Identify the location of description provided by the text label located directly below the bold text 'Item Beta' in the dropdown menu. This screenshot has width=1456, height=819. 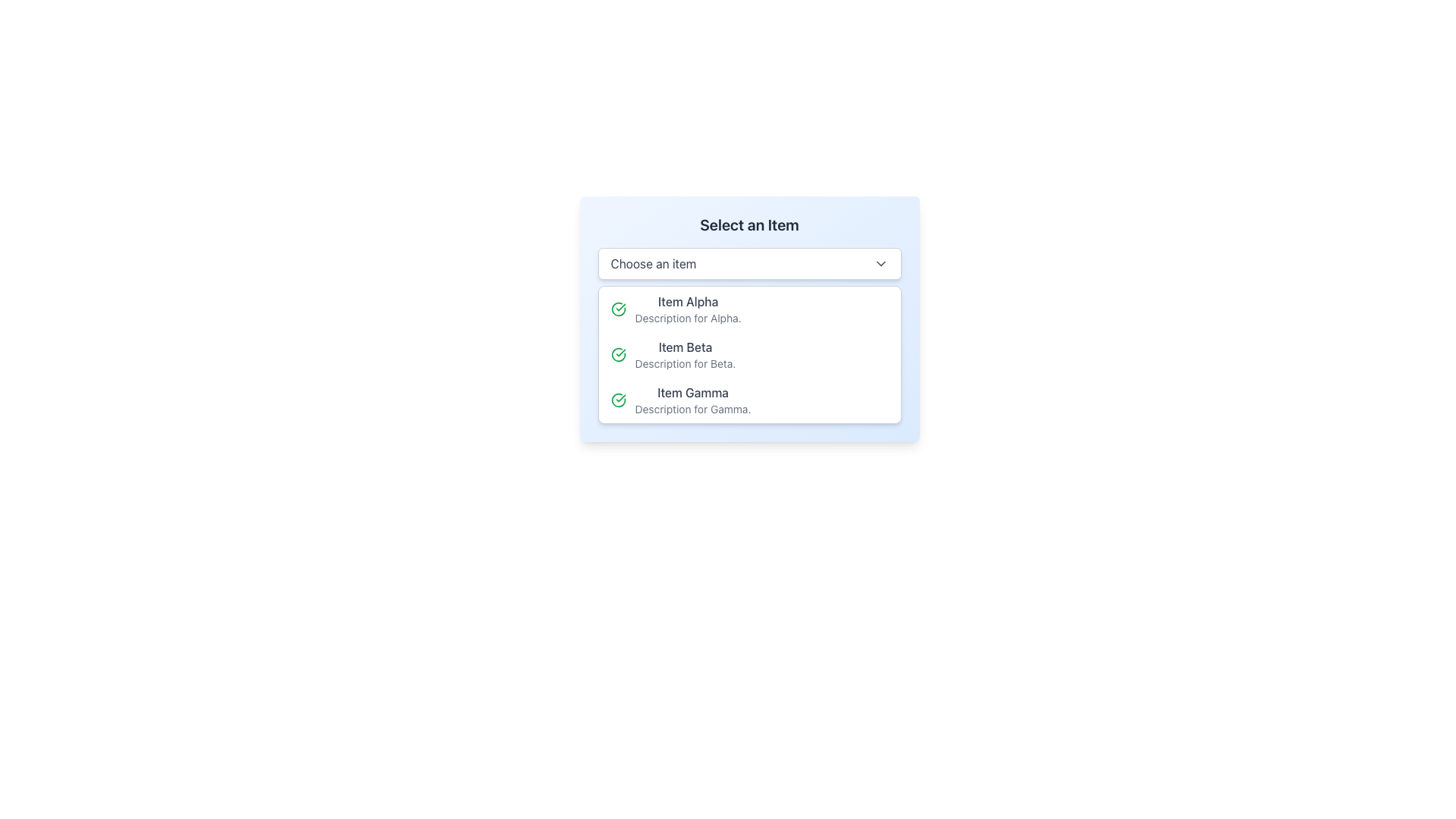
(684, 363).